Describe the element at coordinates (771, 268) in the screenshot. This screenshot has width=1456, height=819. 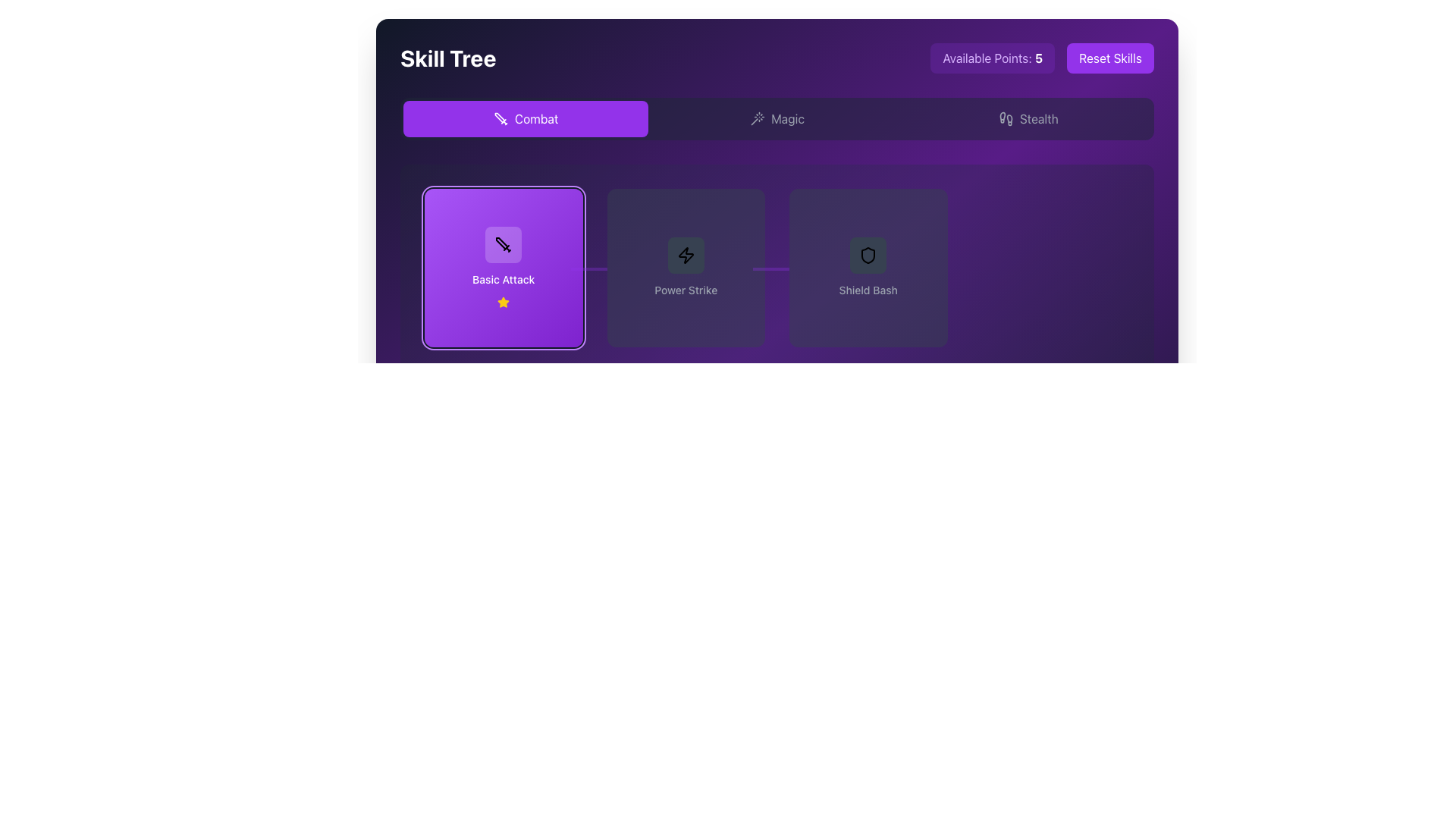
I see `the Connector line, which is a thin horizontal bar with a purple background, positioned symmetrically between the 'Power Strike' and 'Shield Bash' buttons in the skill tree layout` at that location.